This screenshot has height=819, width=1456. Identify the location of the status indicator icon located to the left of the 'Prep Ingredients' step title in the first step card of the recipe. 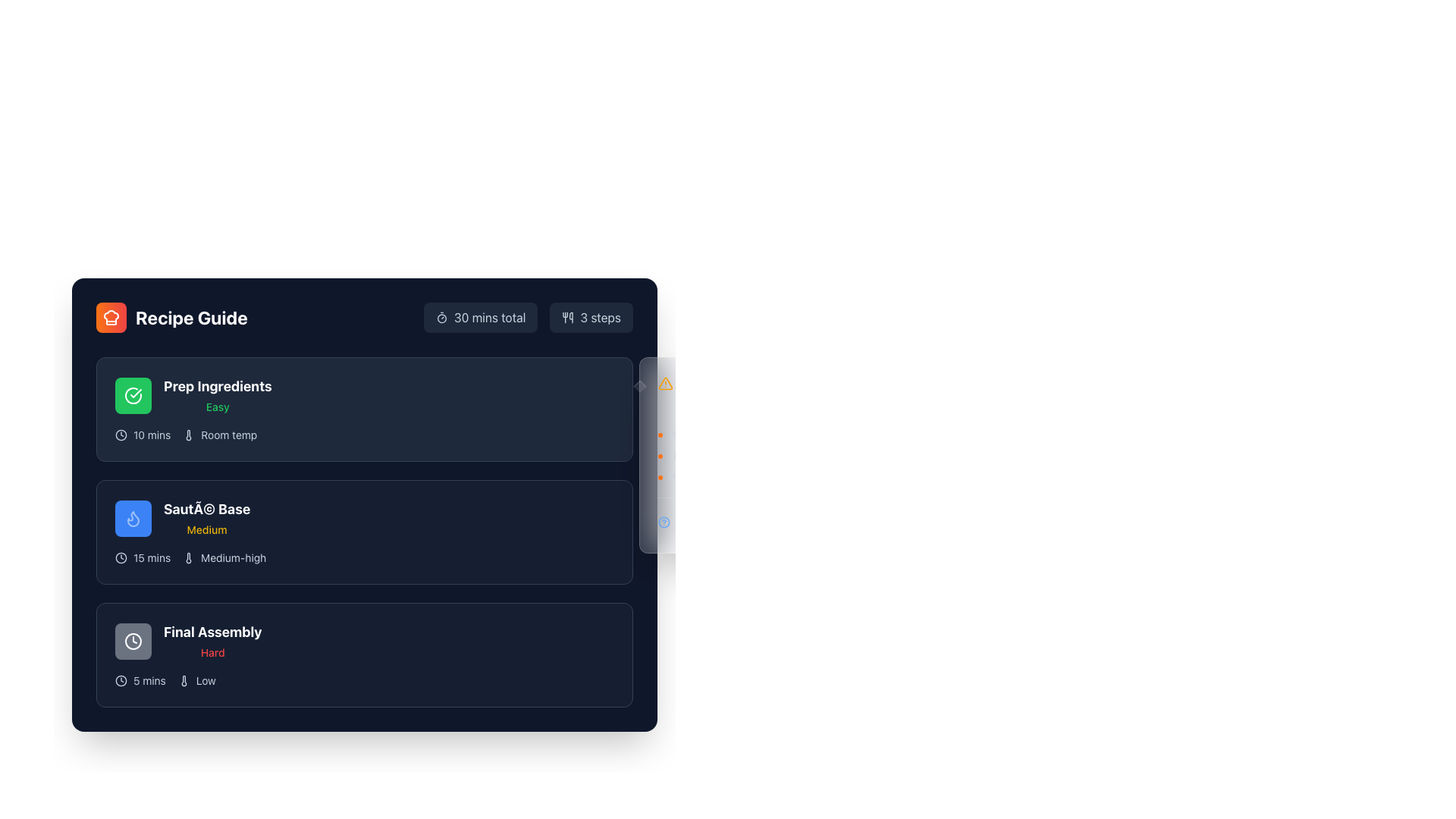
(133, 394).